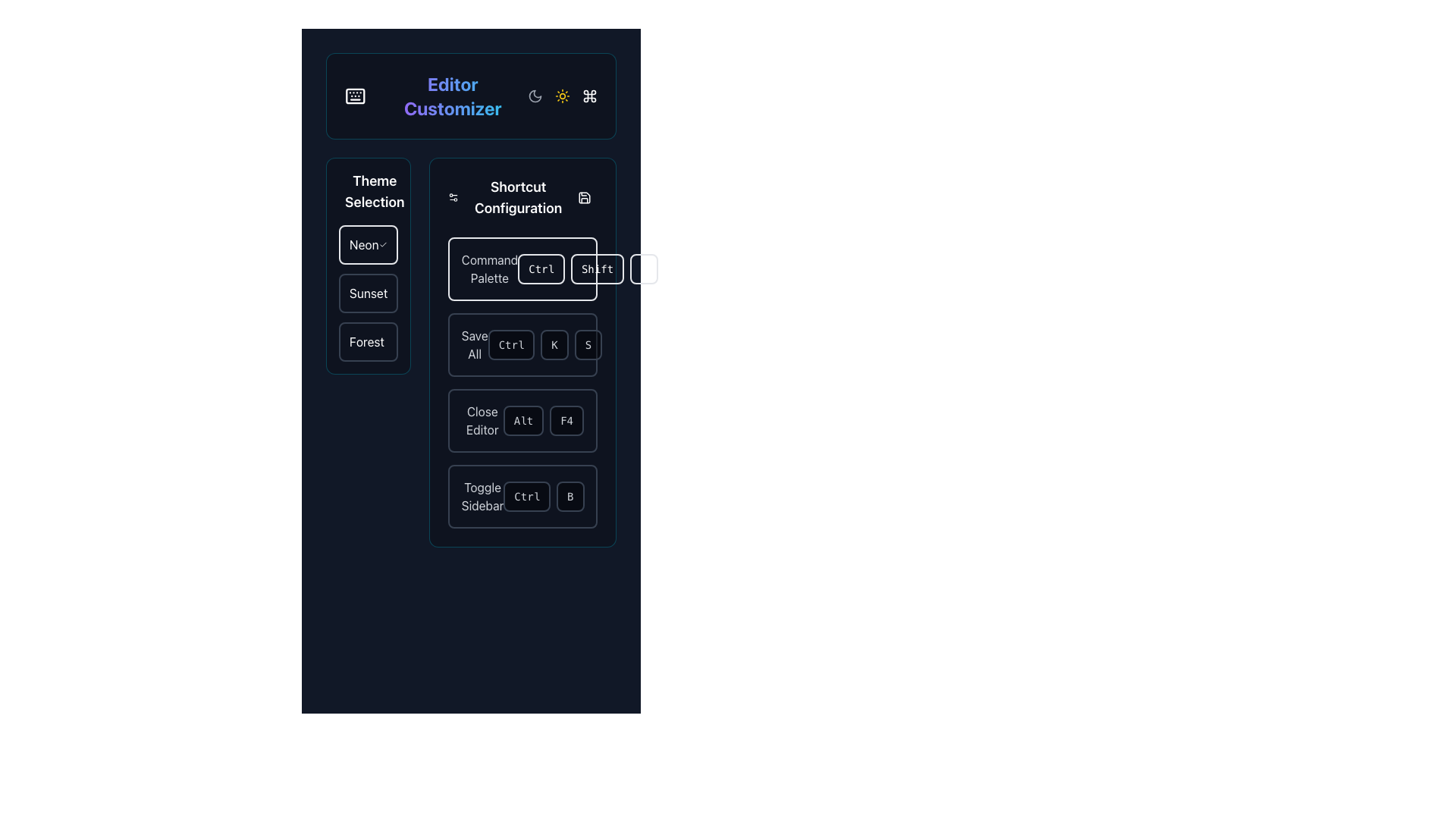  What do you see at coordinates (588, 96) in the screenshot?
I see `the SVG-based command symbol icon in the top-right corner of the layout, which has a cyan-blue stroke and is the third icon following the night and day mode icons` at bounding box center [588, 96].